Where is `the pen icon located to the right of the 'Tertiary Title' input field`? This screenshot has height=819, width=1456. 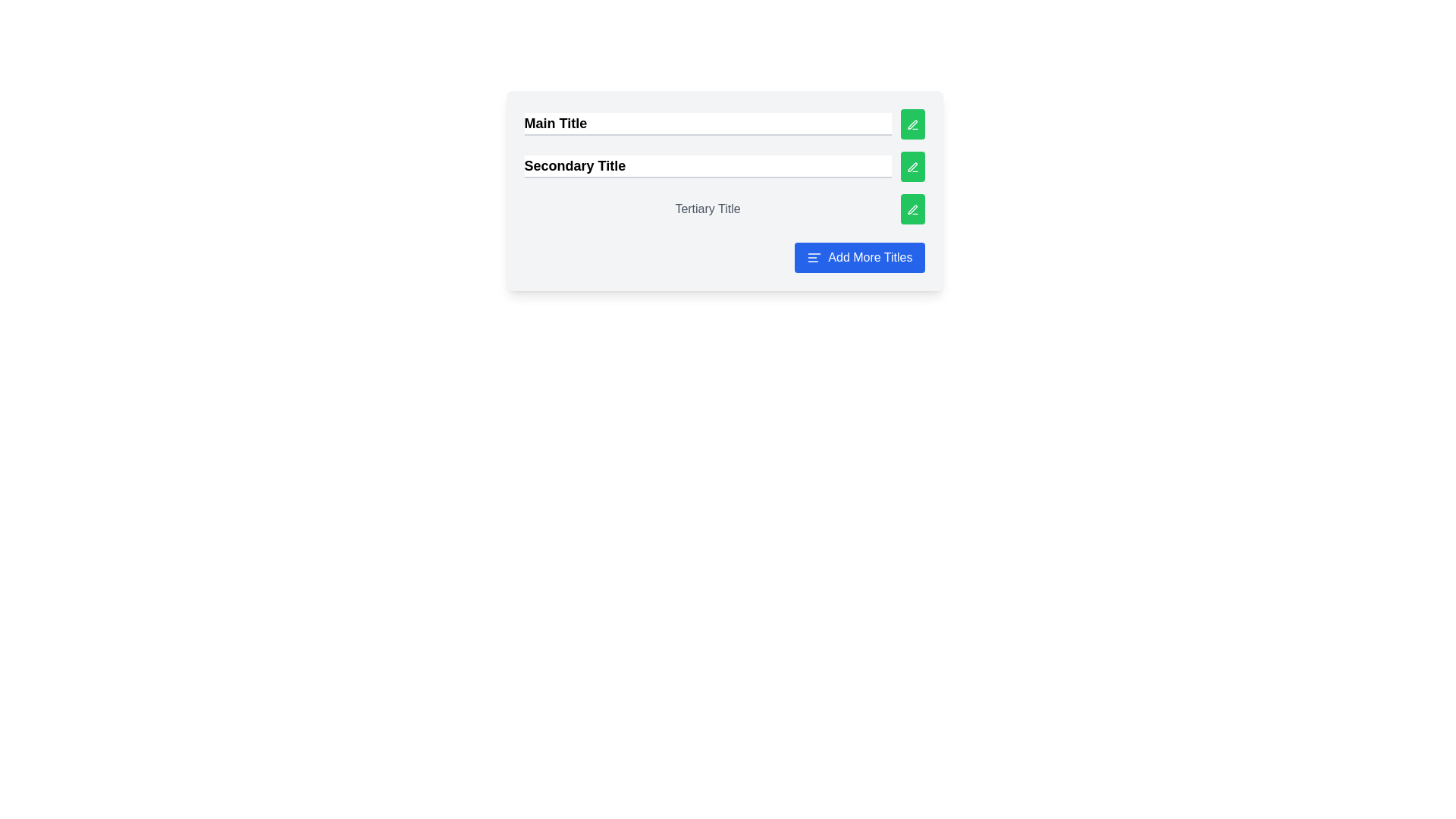 the pen icon located to the right of the 'Tertiary Title' input field is located at coordinates (912, 209).